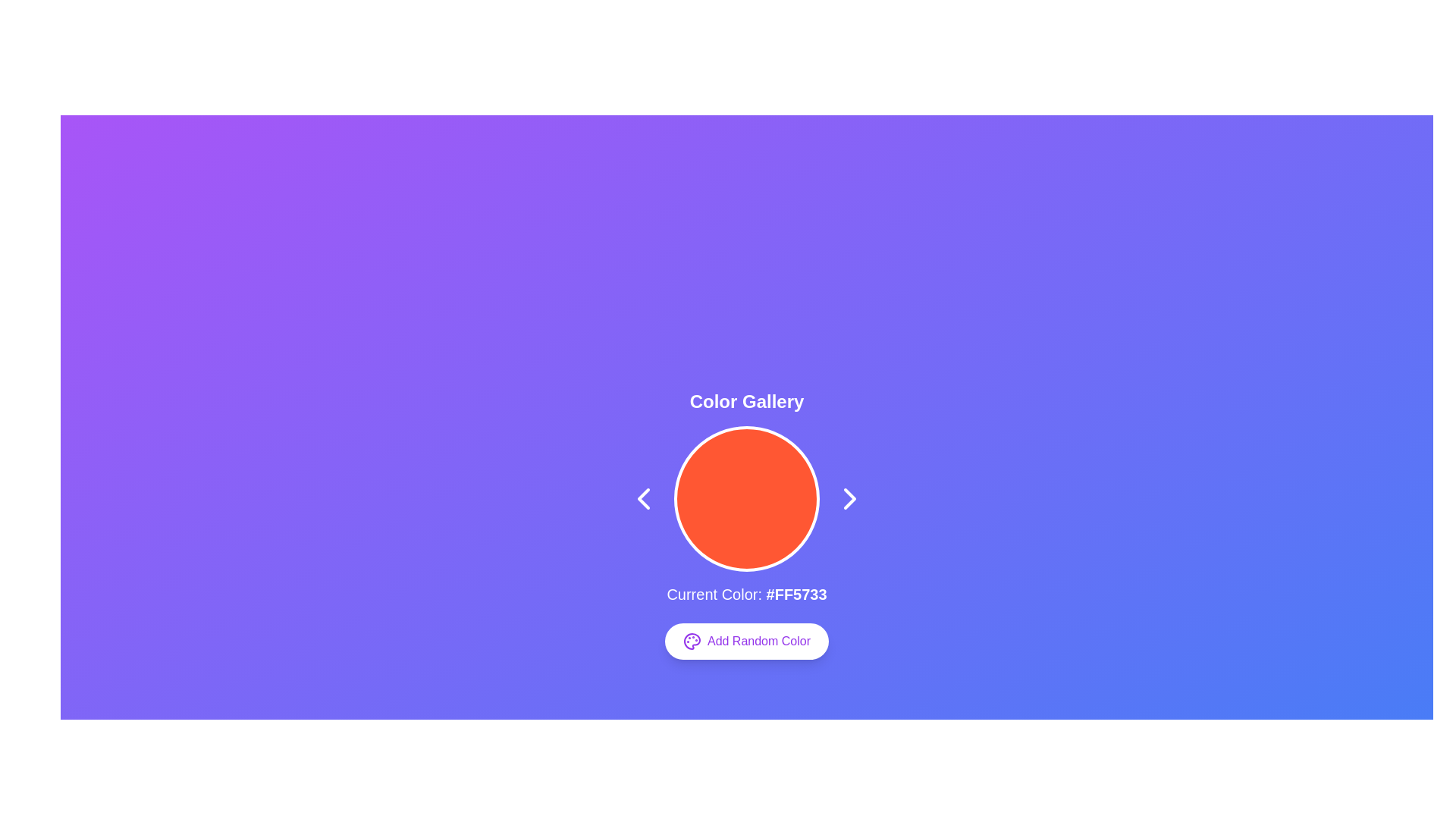 This screenshot has width=1456, height=819. I want to click on the purple palette icon located to the left of the 'Add Random Color' text within the button at the bottom center of the interface, so click(691, 641).